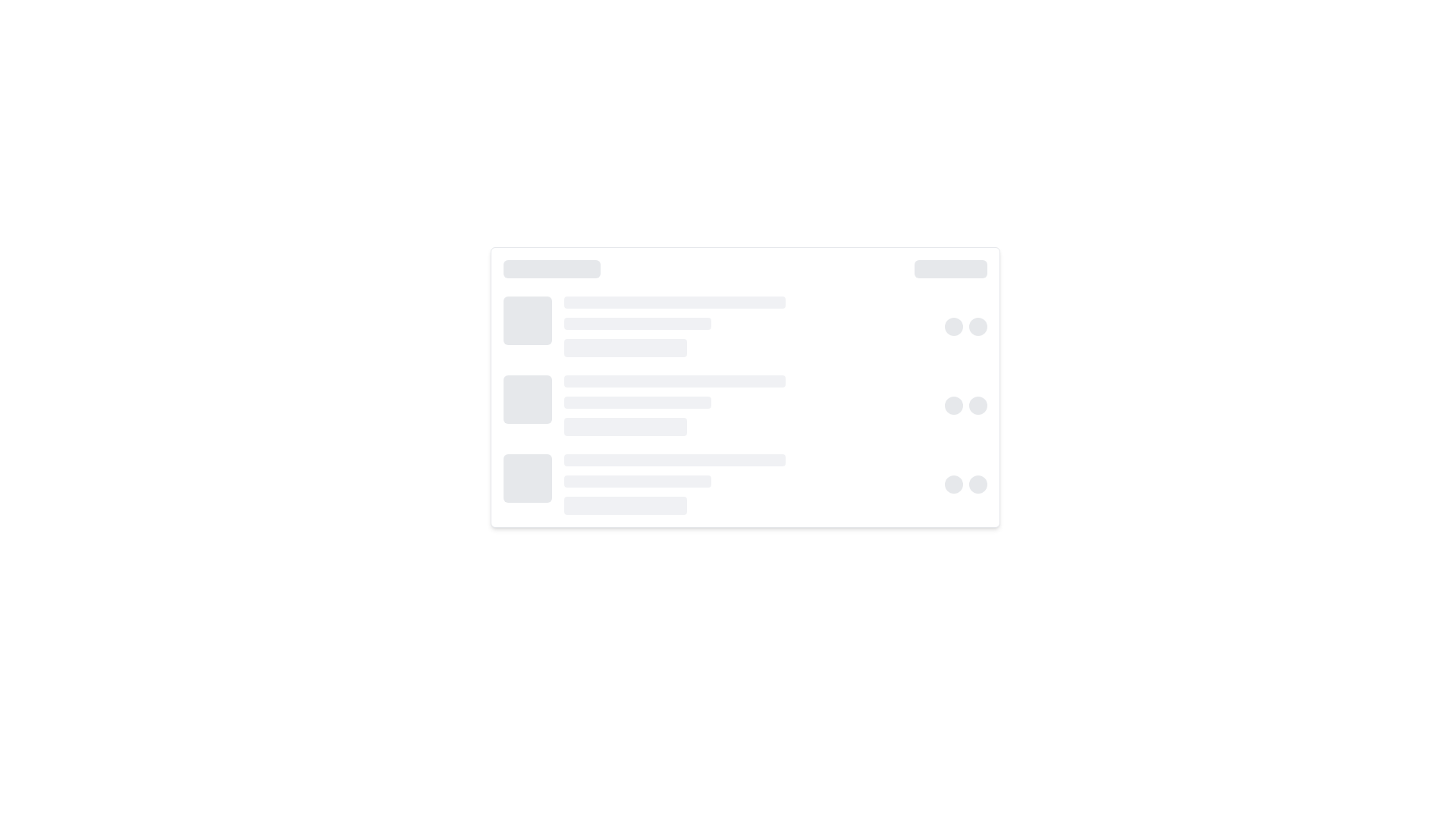 Image resolution: width=1456 pixels, height=819 pixels. Describe the element at coordinates (952, 485) in the screenshot. I see `the leftmost gray circular element in a horizontal arrangement of two similar elements located near the bottom-right section of the interface` at that location.